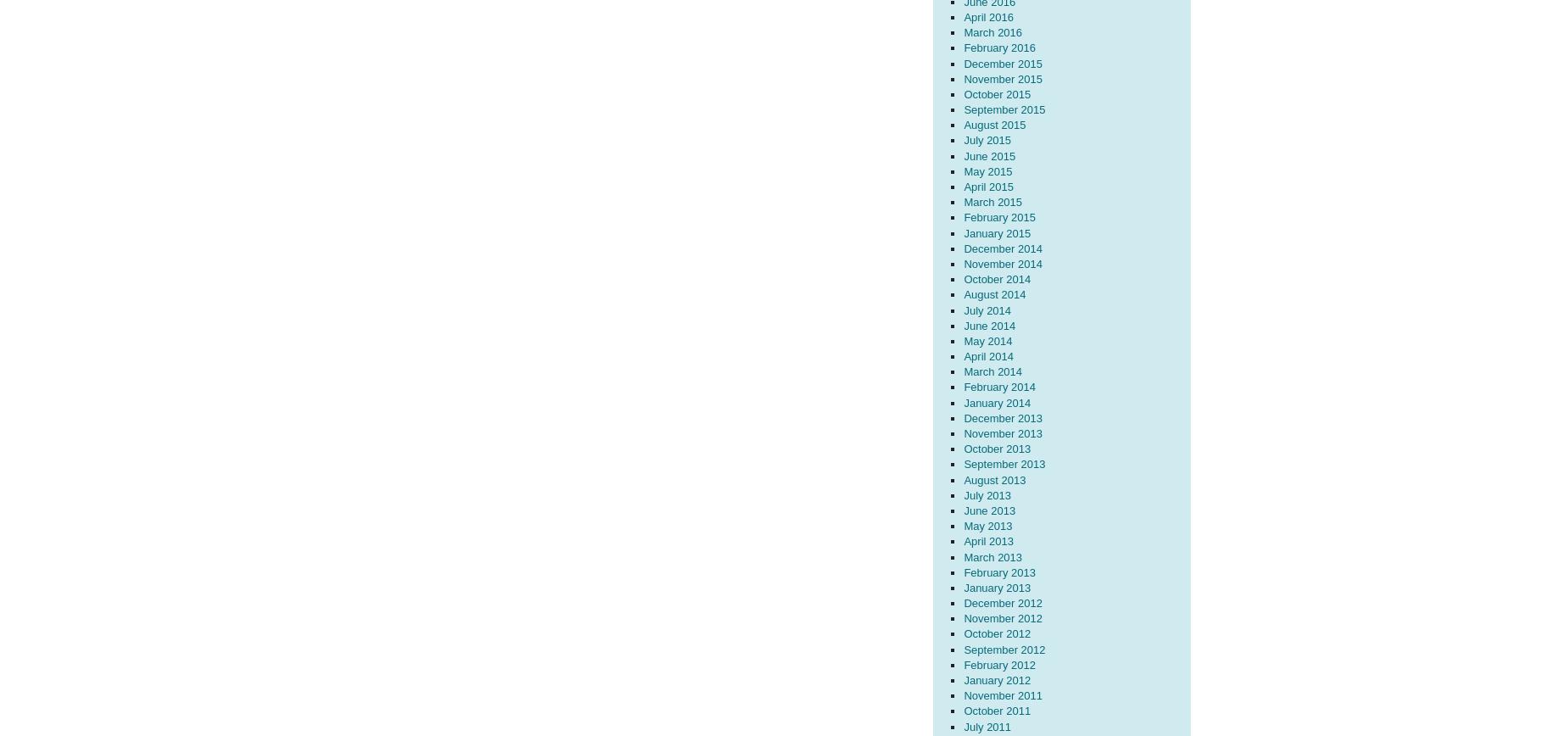 The width and height of the screenshot is (1568, 736). What do you see at coordinates (996, 711) in the screenshot?
I see `'October 2011'` at bounding box center [996, 711].